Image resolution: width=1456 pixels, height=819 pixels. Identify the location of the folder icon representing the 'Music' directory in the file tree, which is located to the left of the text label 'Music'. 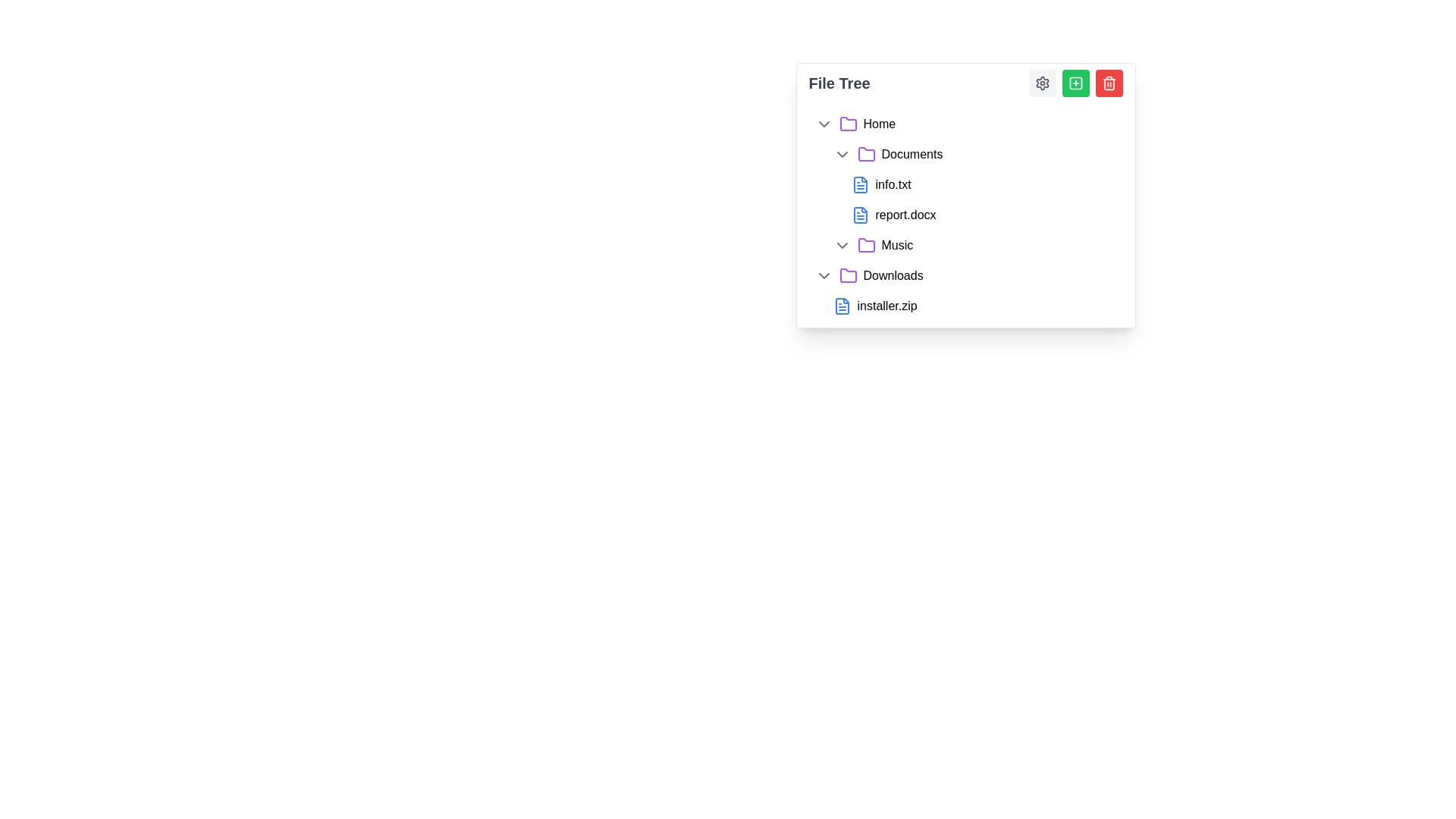
(866, 244).